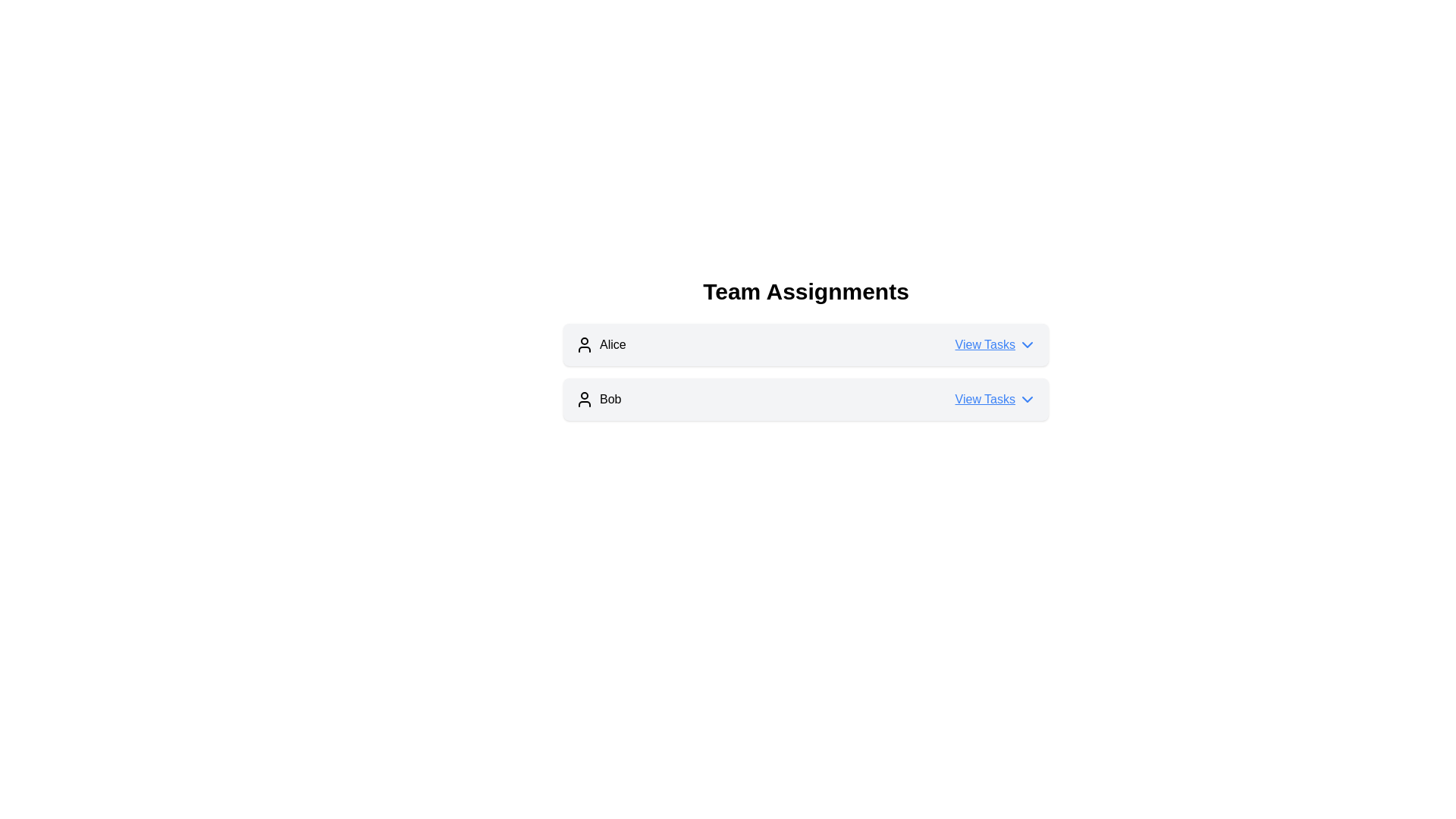  I want to click on the interactive hyperlink labeled 'View Tasks' located next to the name 'Alice' in the top row of user task entries, so click(996, 345).